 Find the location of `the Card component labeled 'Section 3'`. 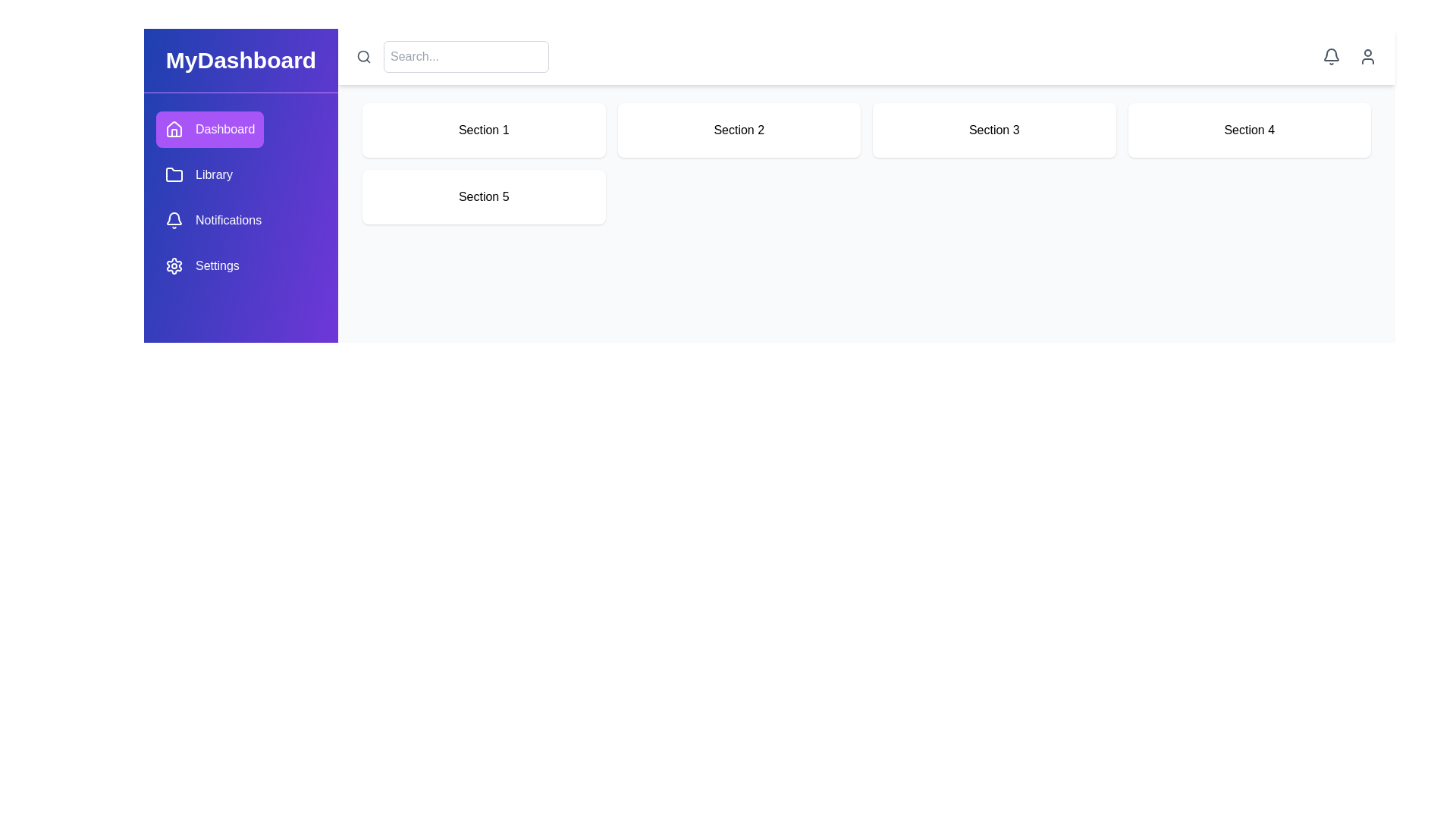

the Card component labeled 'Section 3' is located at coordinates (994, 130).